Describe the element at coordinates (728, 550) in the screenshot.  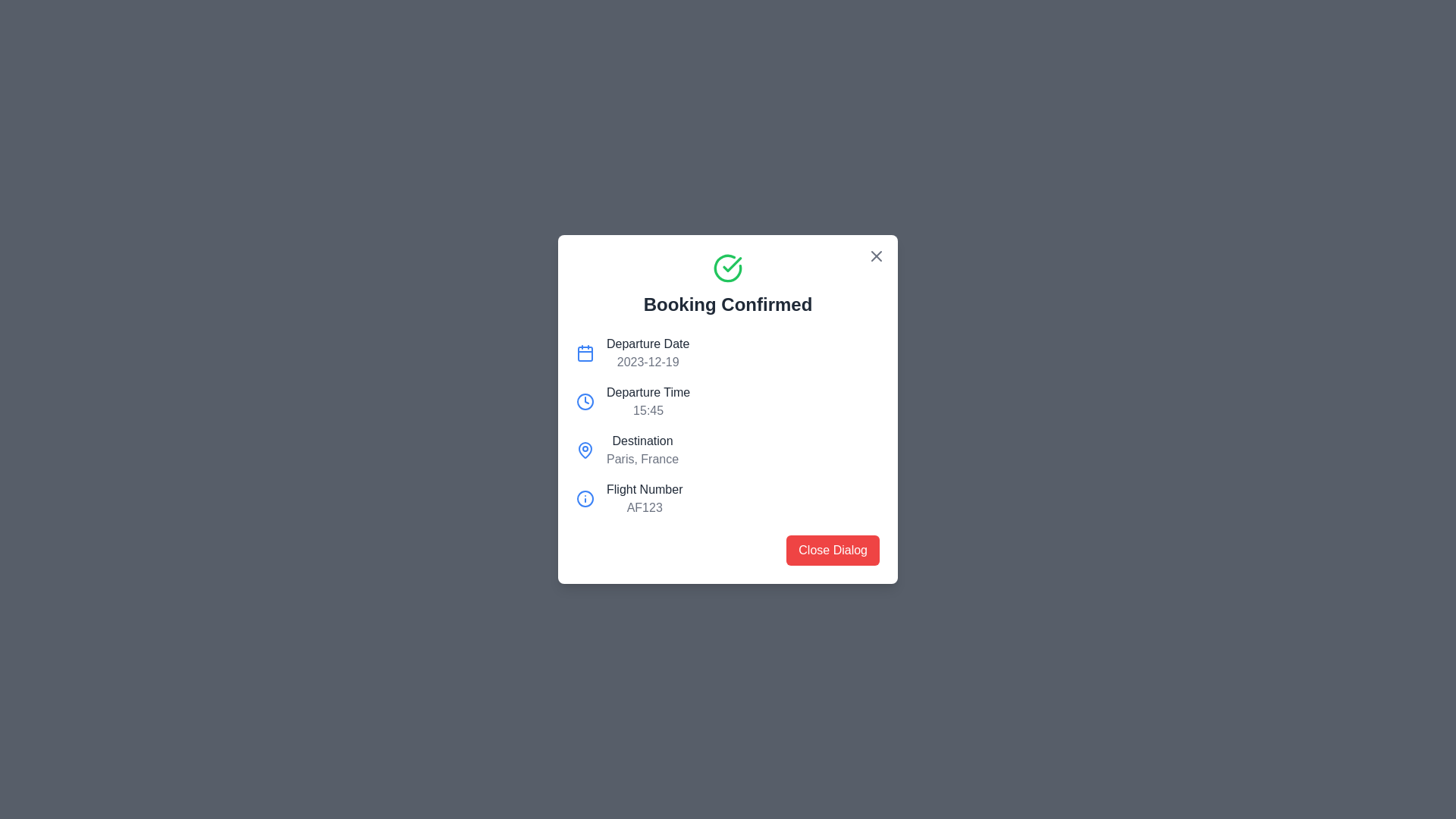
I see `the 'Close Dialog' button located at the bottom of the dialog box containing booking confirmation details` at that location.